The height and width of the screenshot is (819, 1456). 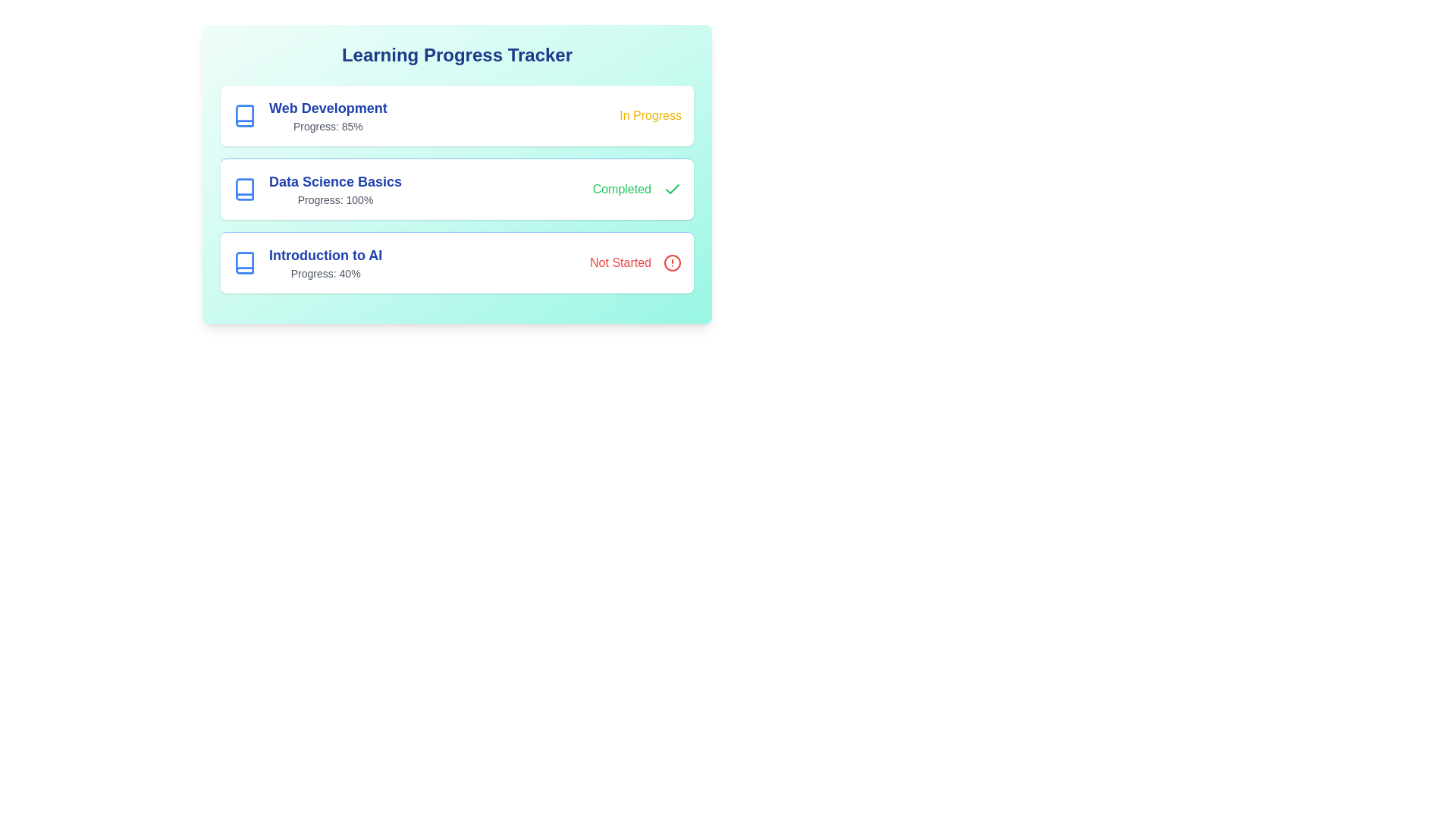 What do you see at coordinates (651, 115) in the screenshot?
I see `the status icon for Web Development to view its status-specific actions` at bounding box center [651, 115].